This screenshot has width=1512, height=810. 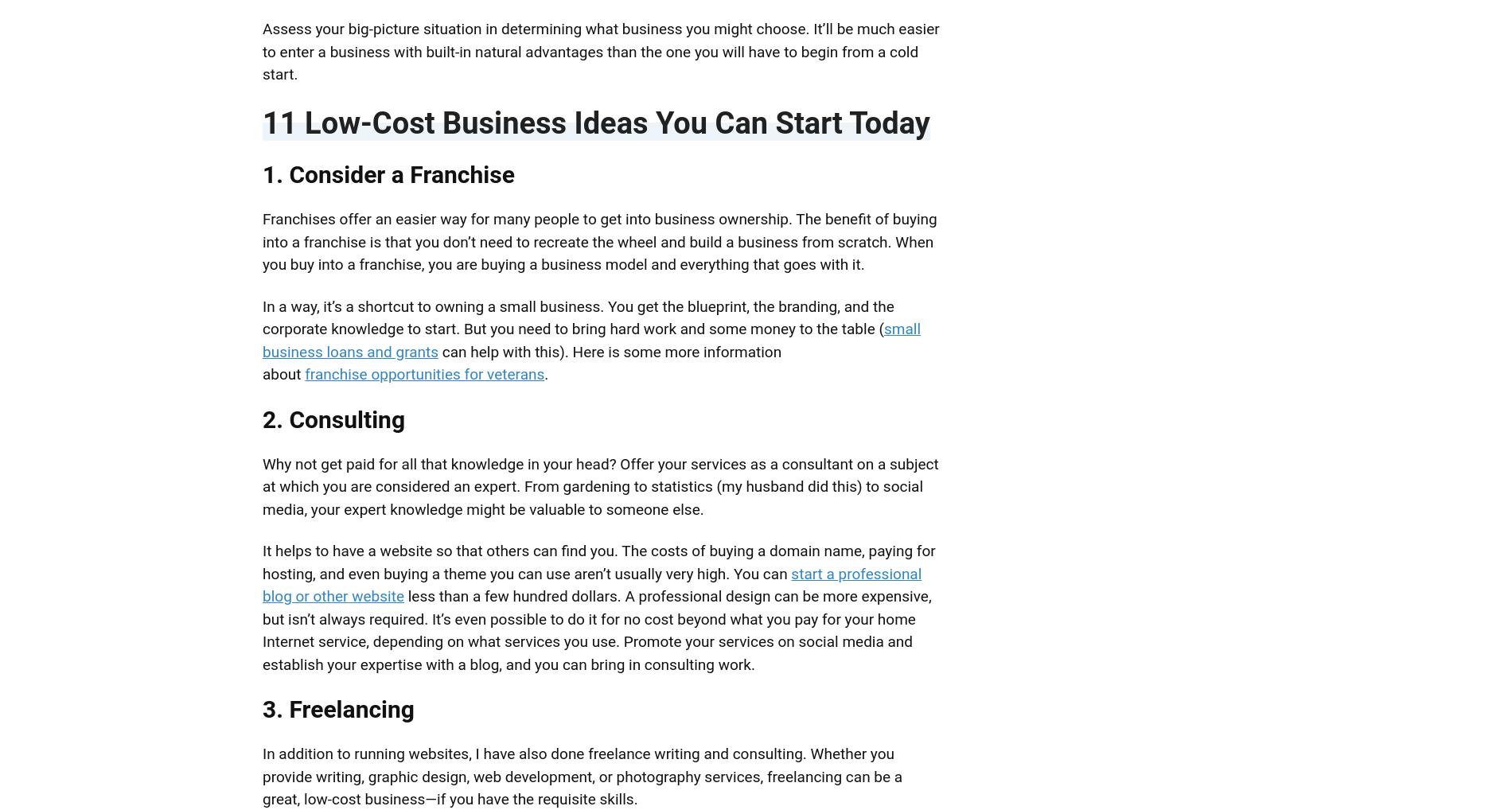 I want to click on 'can help with this). Here is some more information about', so click(x=522, y=361).